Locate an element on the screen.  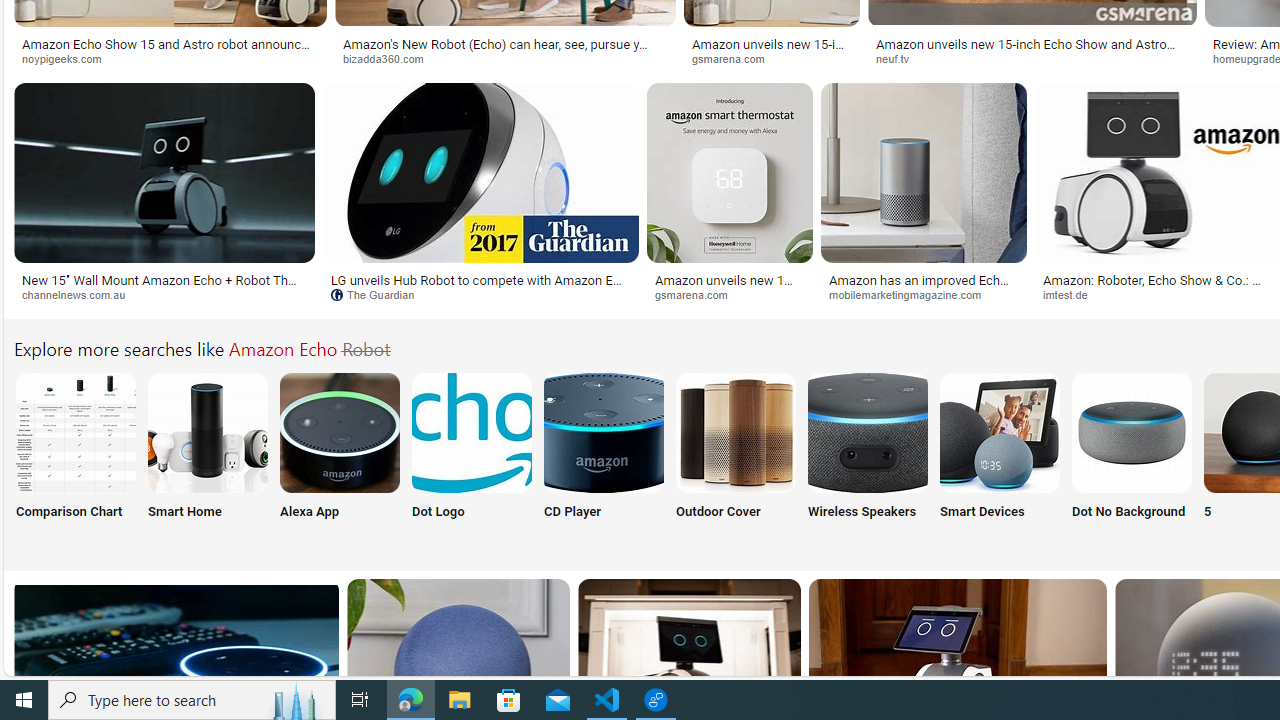
'CD Player' is located at coordinates (603, 457).